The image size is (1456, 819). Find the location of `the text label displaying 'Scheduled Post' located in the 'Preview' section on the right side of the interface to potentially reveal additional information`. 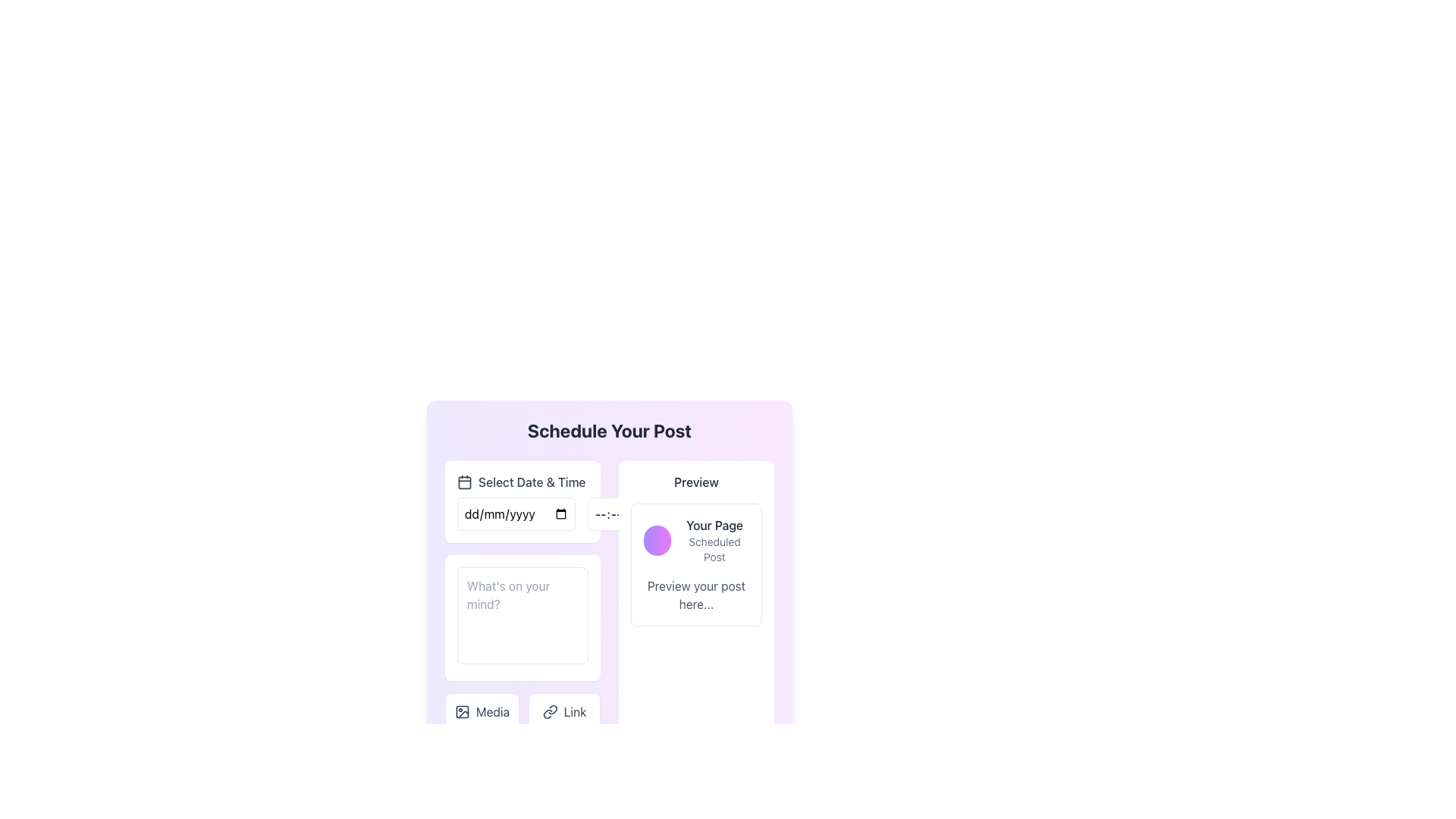

the text label displaying 'Scheduled Post' located in the 'Preview' section on the right side of the interface to potentially reveal additional information is located at coordinates (714, 550).